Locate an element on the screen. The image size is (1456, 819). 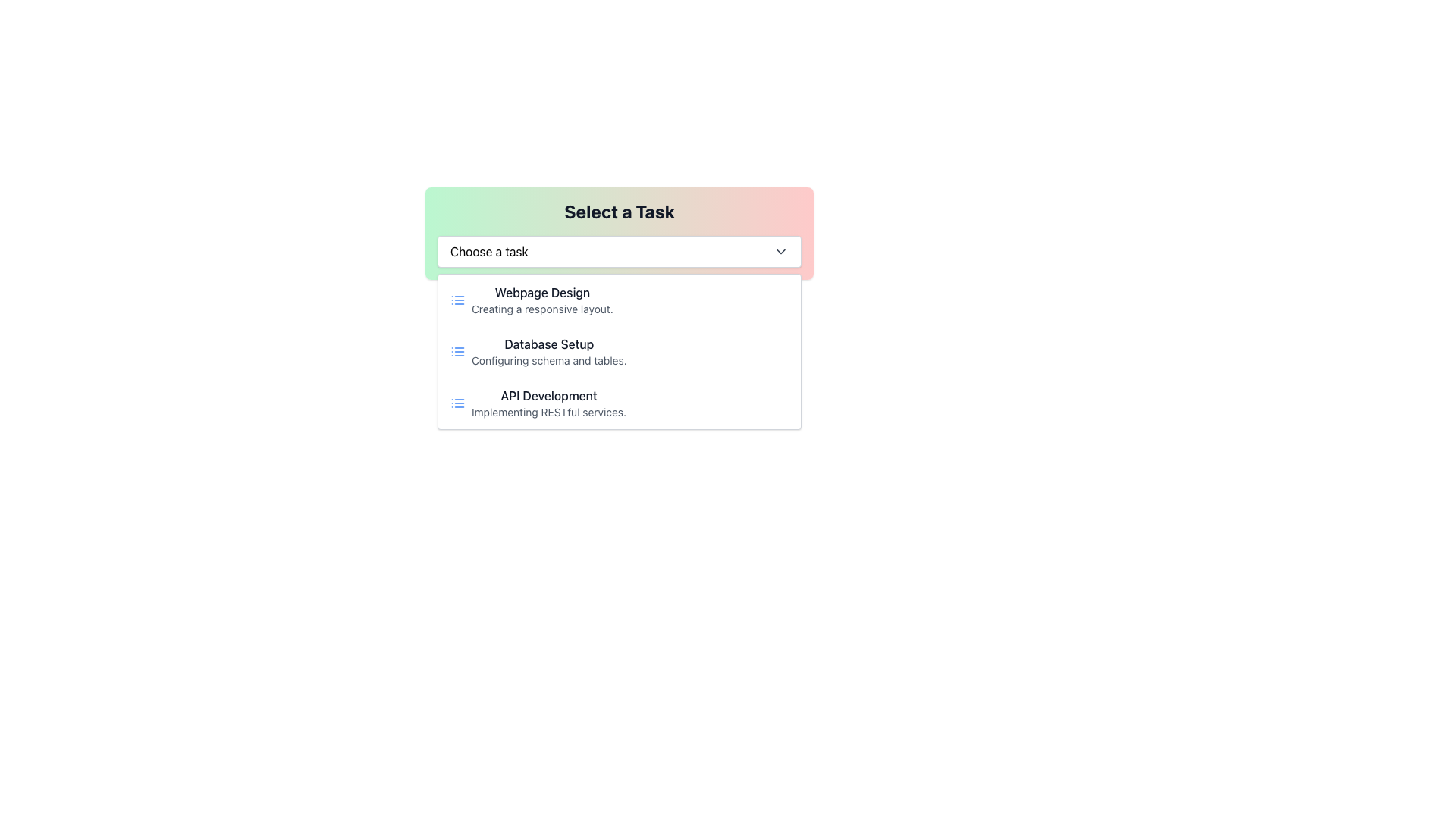
the 'Webpage Design' task title in the dropdown menu, which is the first item under 'Select a Task' is located at coordinates (542, 292).